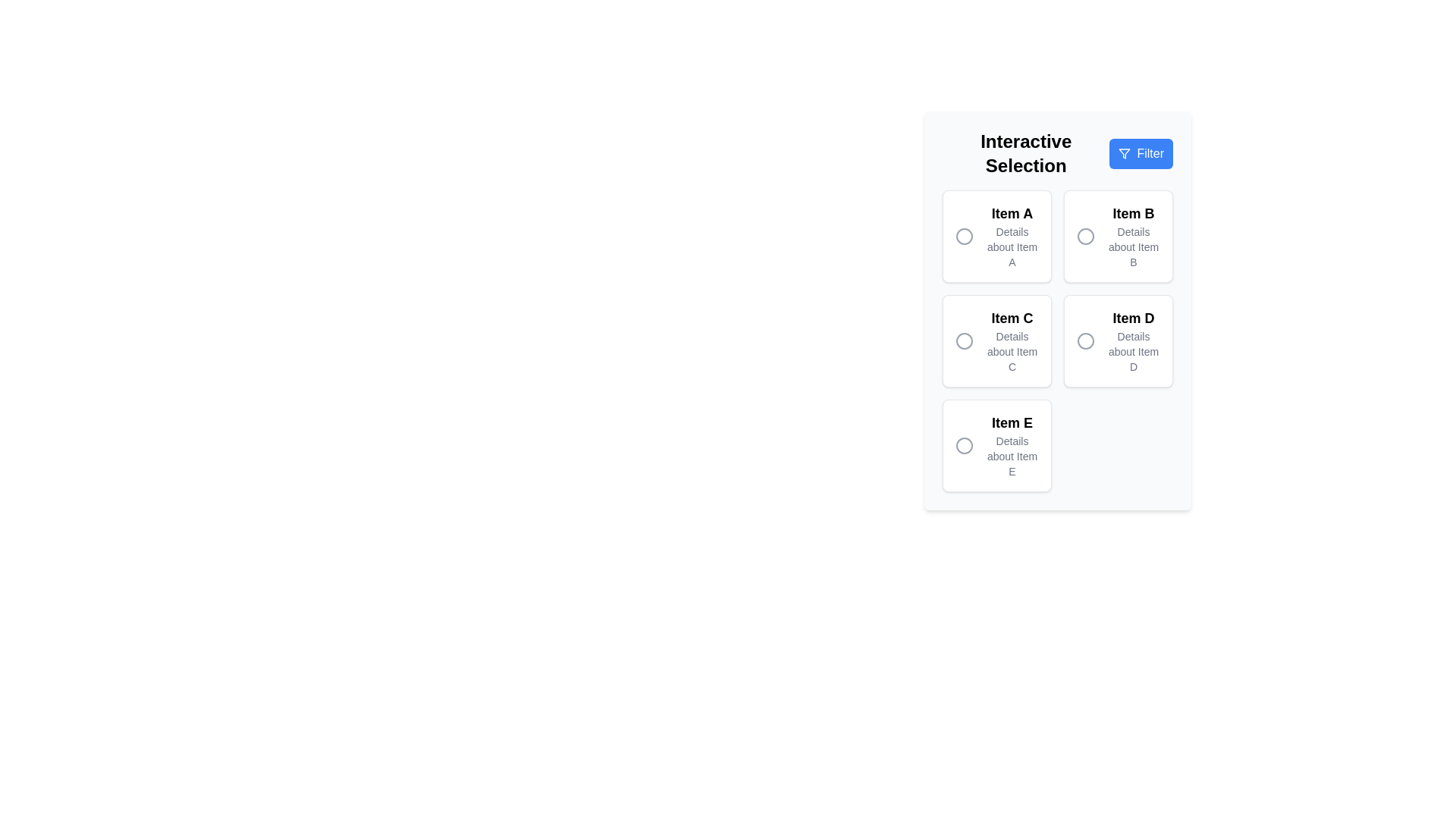 Image resolution: width=1456 pixels, height=819 pixels. What do you see at coordinates (964, 341) in the screenshot?
I see `the circular radio button associated with 'Item C'` at bounding box center [964, 341].